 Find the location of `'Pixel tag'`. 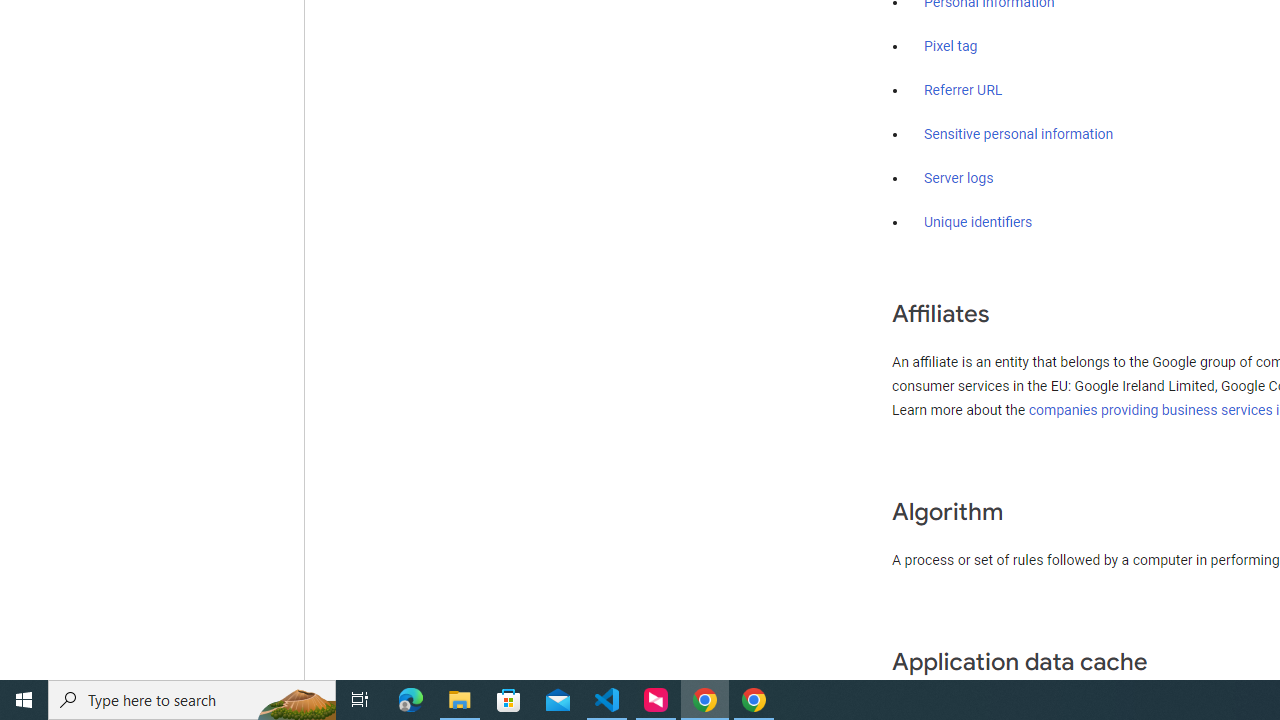

'Pixel tag' is located at coordinates (950, 46).